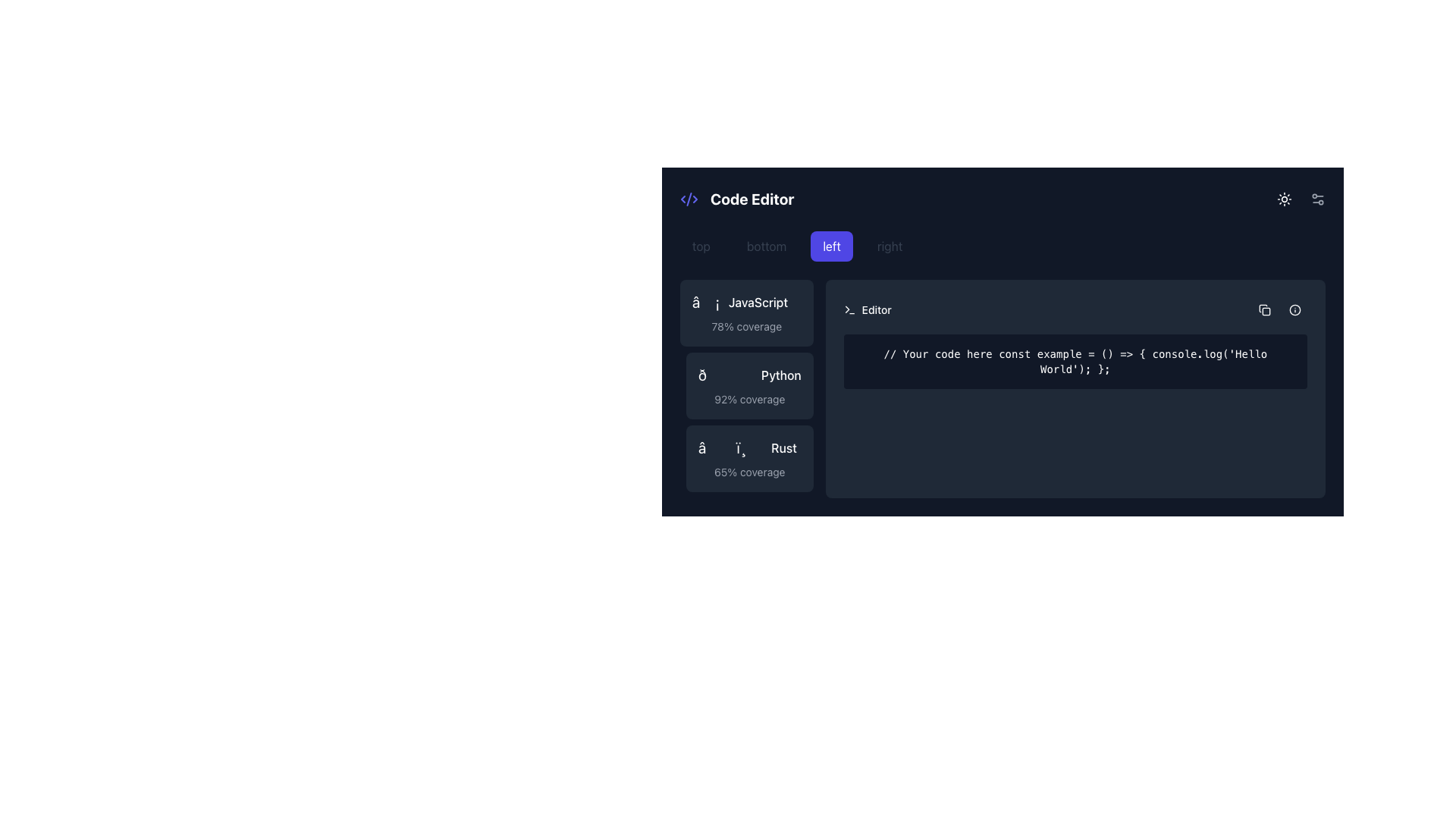 The image size is (1456, 819). What do you see at coordinates (1265, 309) in the screenshot?
I see `the leftmost square button with a dark background and a 'copy' icon to copy content` at bounding box center [1265, 309].